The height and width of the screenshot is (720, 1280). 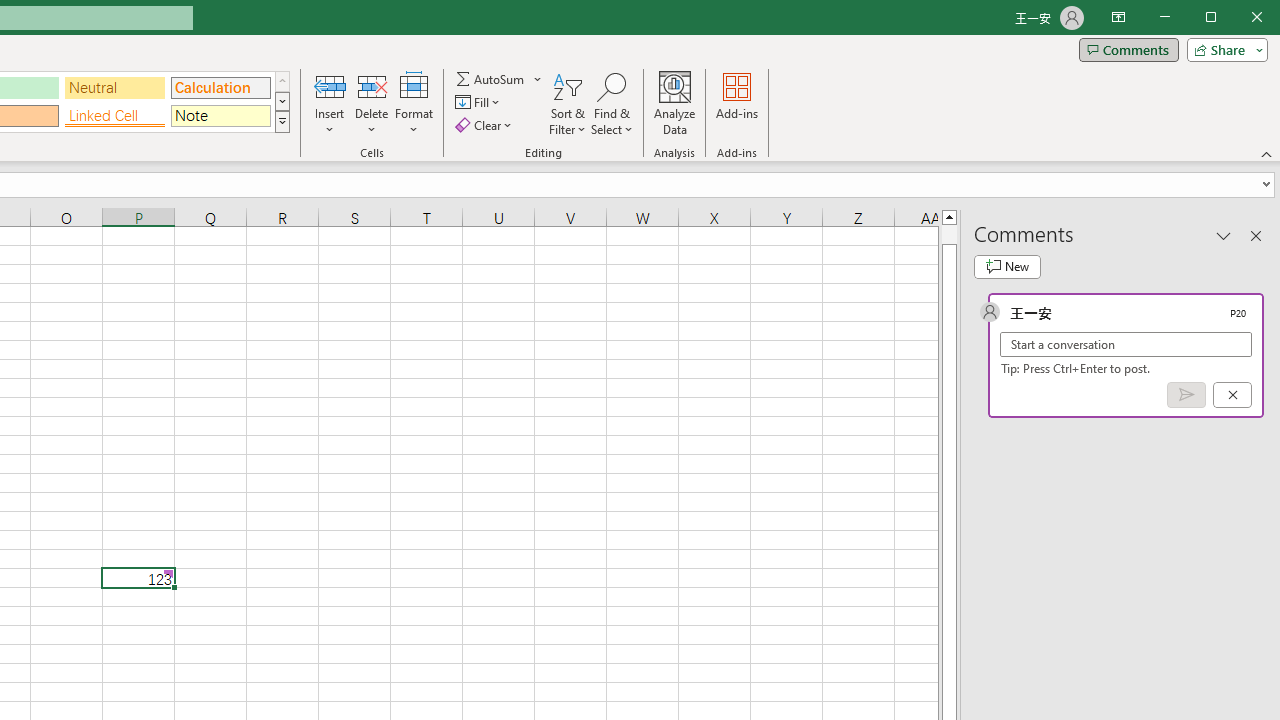 I want to click on 'Close pane', so click(x=1255, y=234).